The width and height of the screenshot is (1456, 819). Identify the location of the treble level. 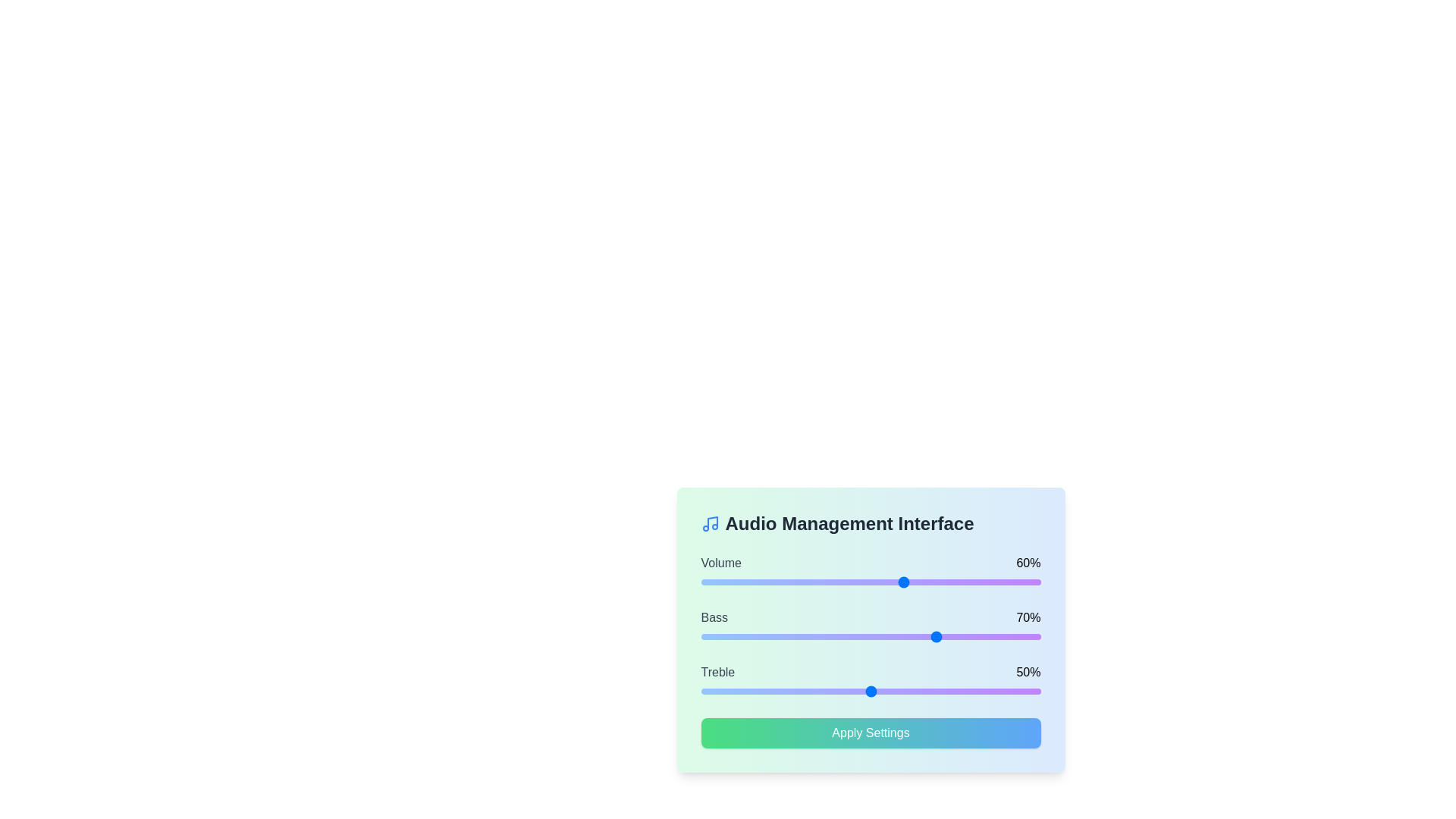
(945, 691).